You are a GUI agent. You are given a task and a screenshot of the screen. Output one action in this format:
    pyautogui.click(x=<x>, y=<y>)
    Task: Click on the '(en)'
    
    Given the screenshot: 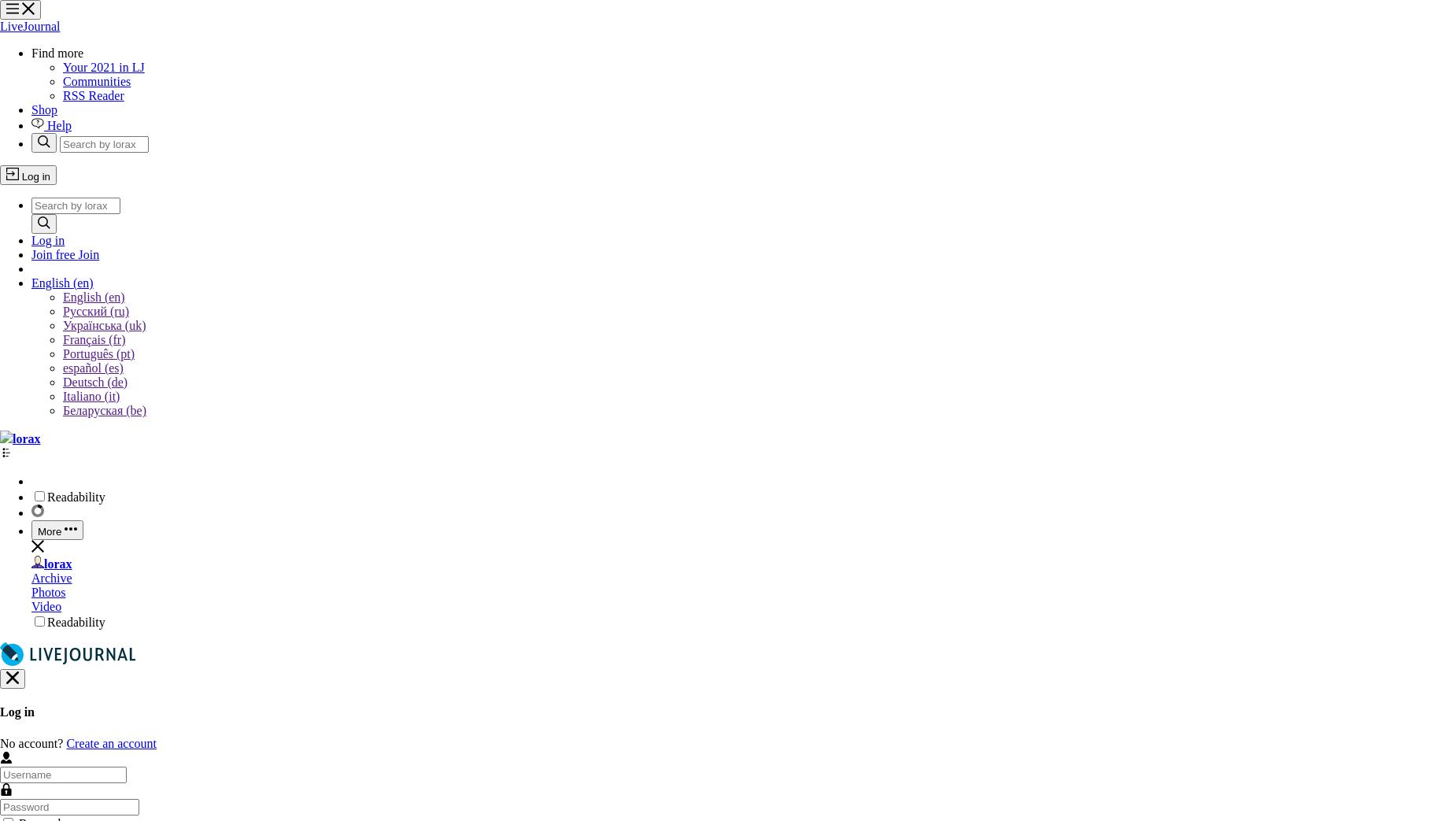 What is the action you would take?
    pyautogui.click(x=82, y=282)
    